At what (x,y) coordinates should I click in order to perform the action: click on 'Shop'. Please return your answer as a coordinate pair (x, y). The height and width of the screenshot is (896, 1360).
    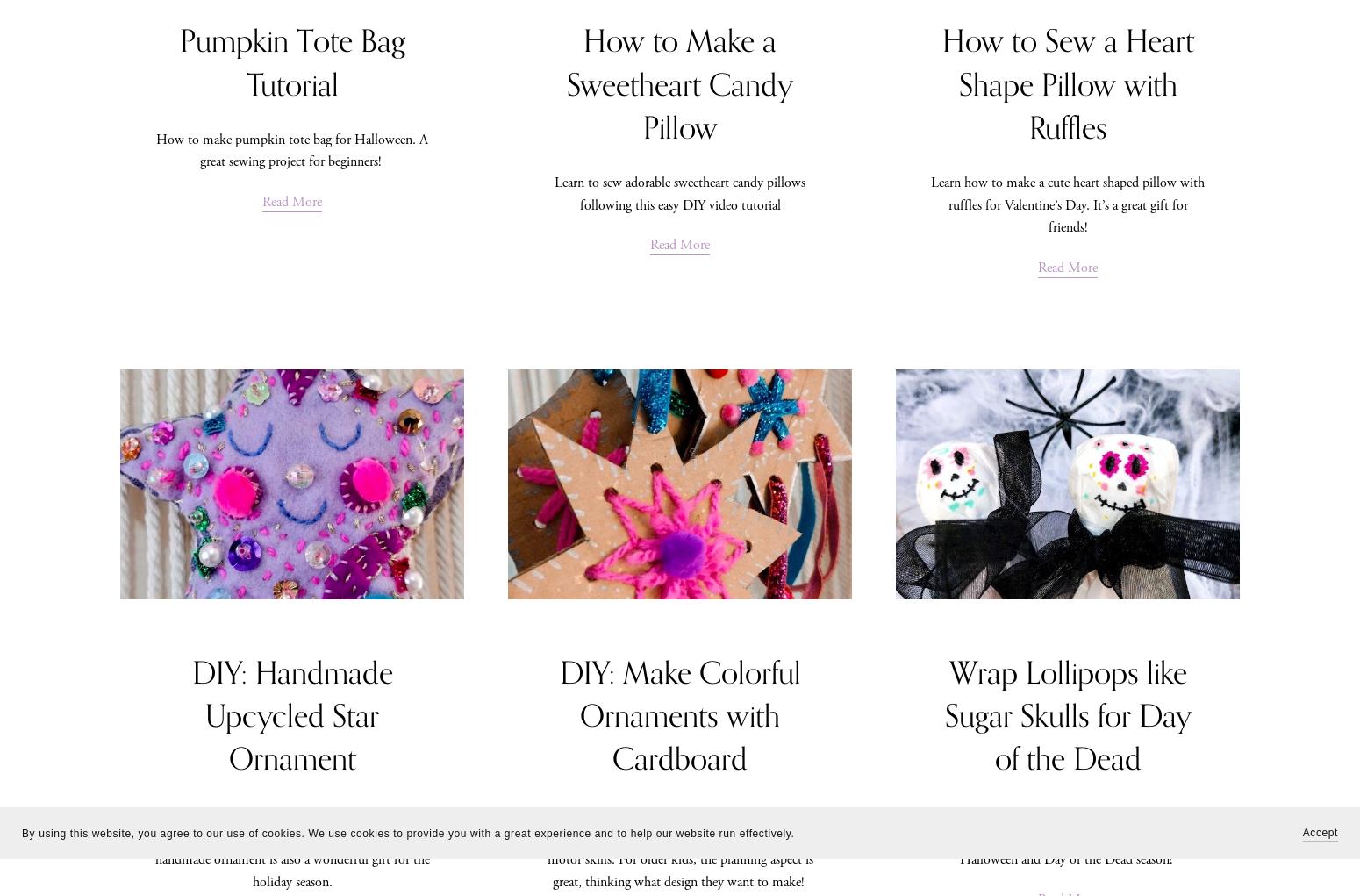
    Looking at the image, I should click on (680, 168).